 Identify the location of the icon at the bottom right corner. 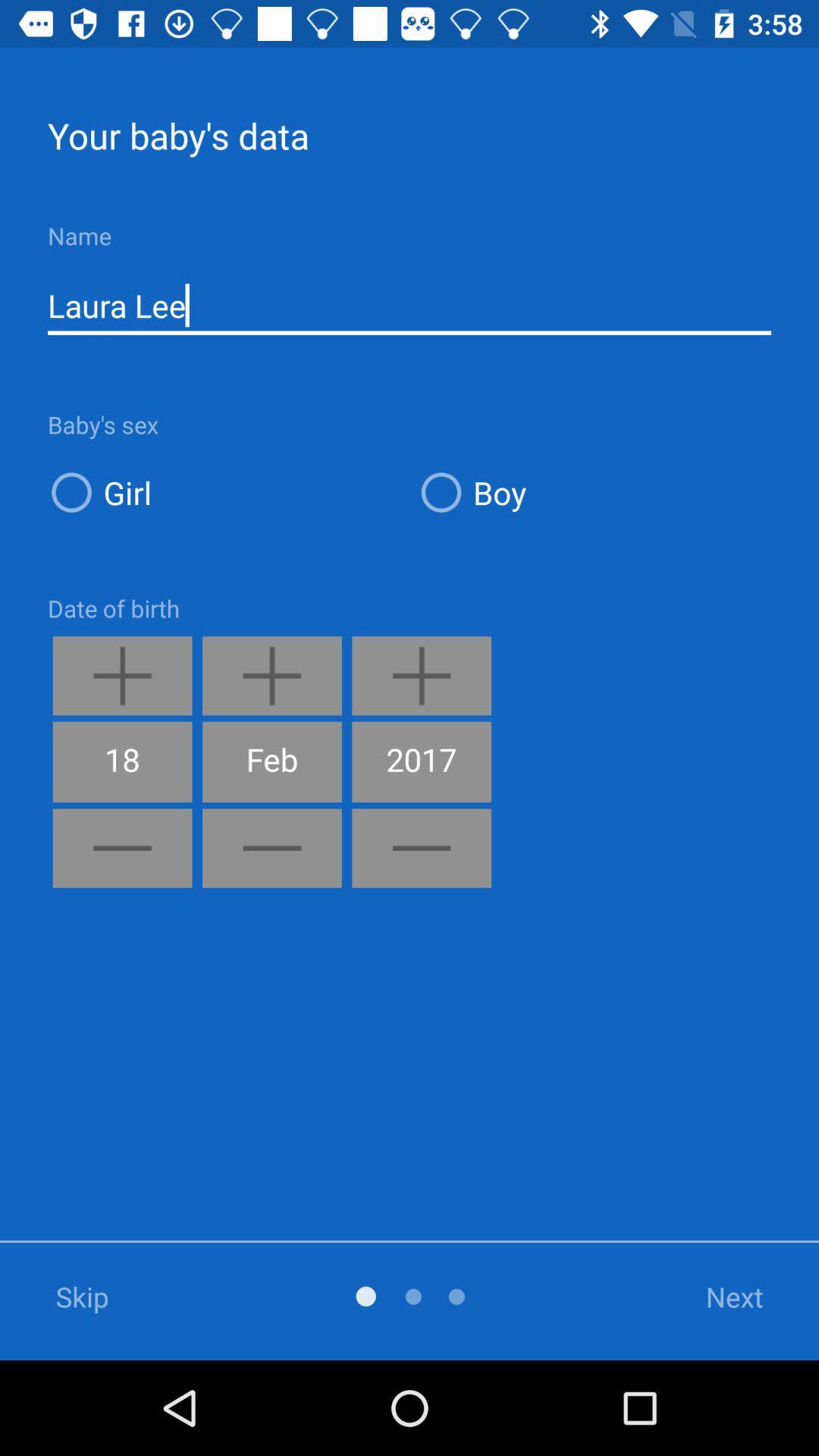
(715, 1295).